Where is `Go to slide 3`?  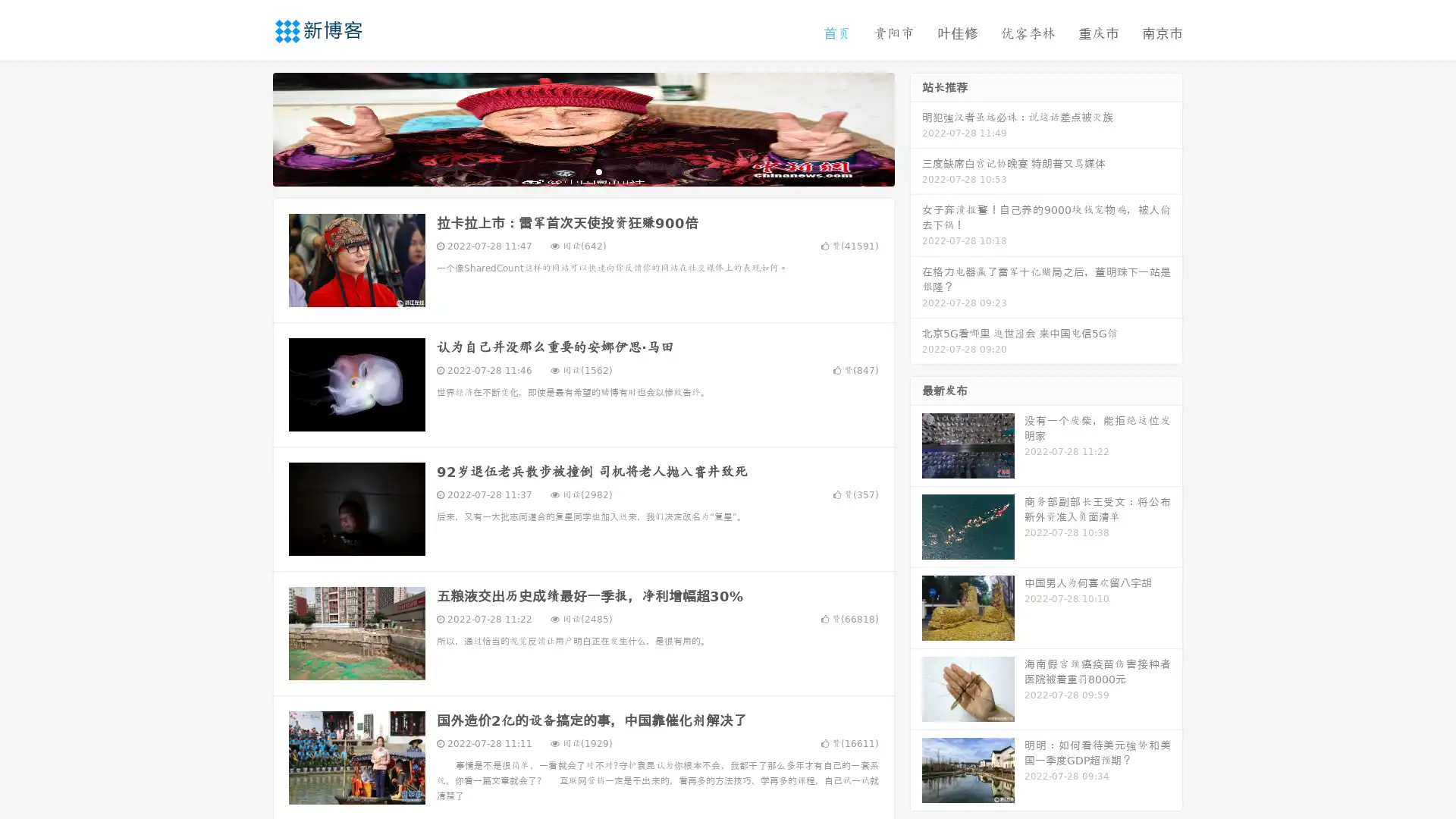 Go to slide 3 is located at coordinates (598, 171).